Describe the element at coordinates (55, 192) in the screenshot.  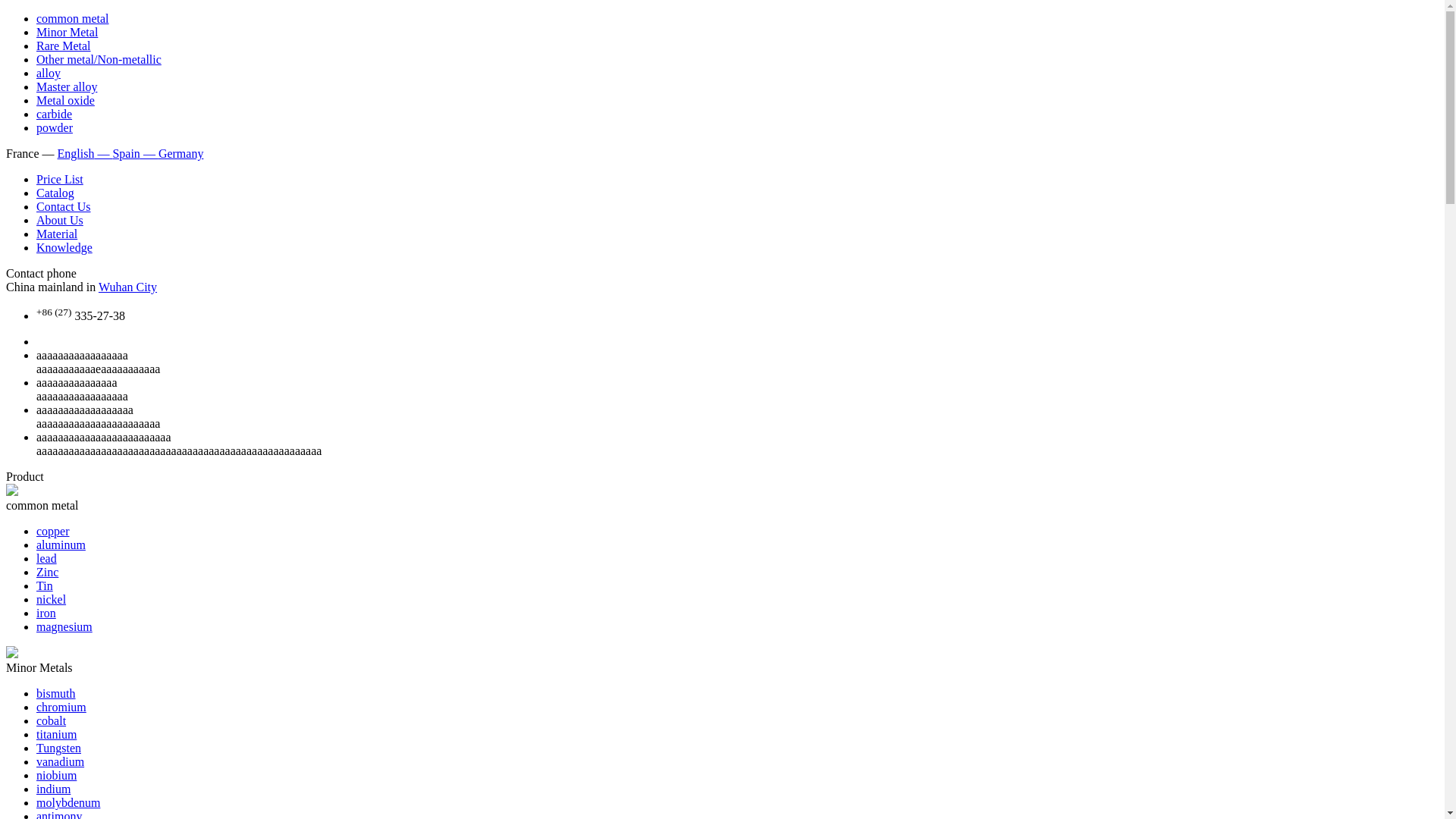
I see `'Catalog'` at that location.